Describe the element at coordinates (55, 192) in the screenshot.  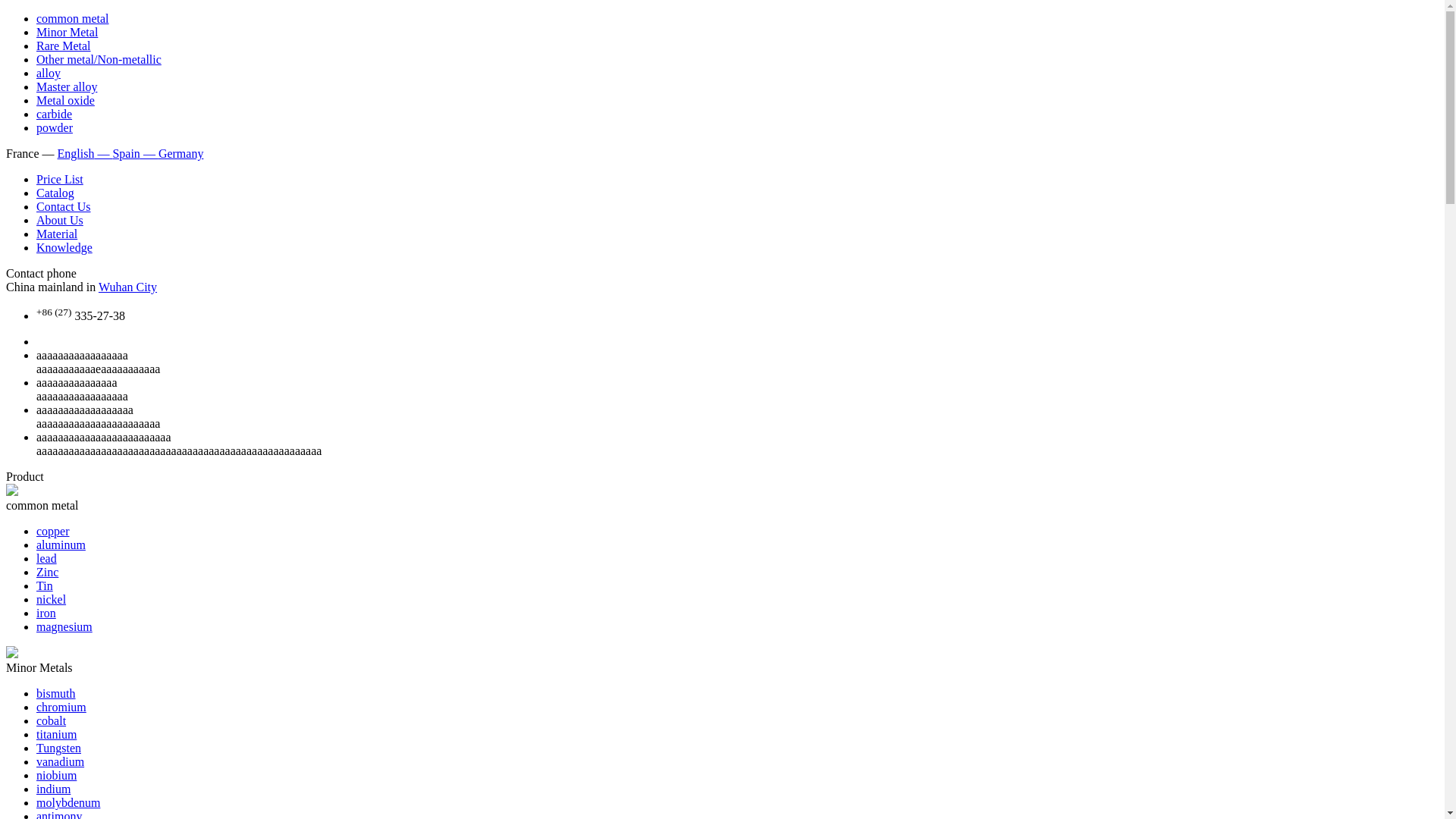
I see `'Catalog'` at that location.